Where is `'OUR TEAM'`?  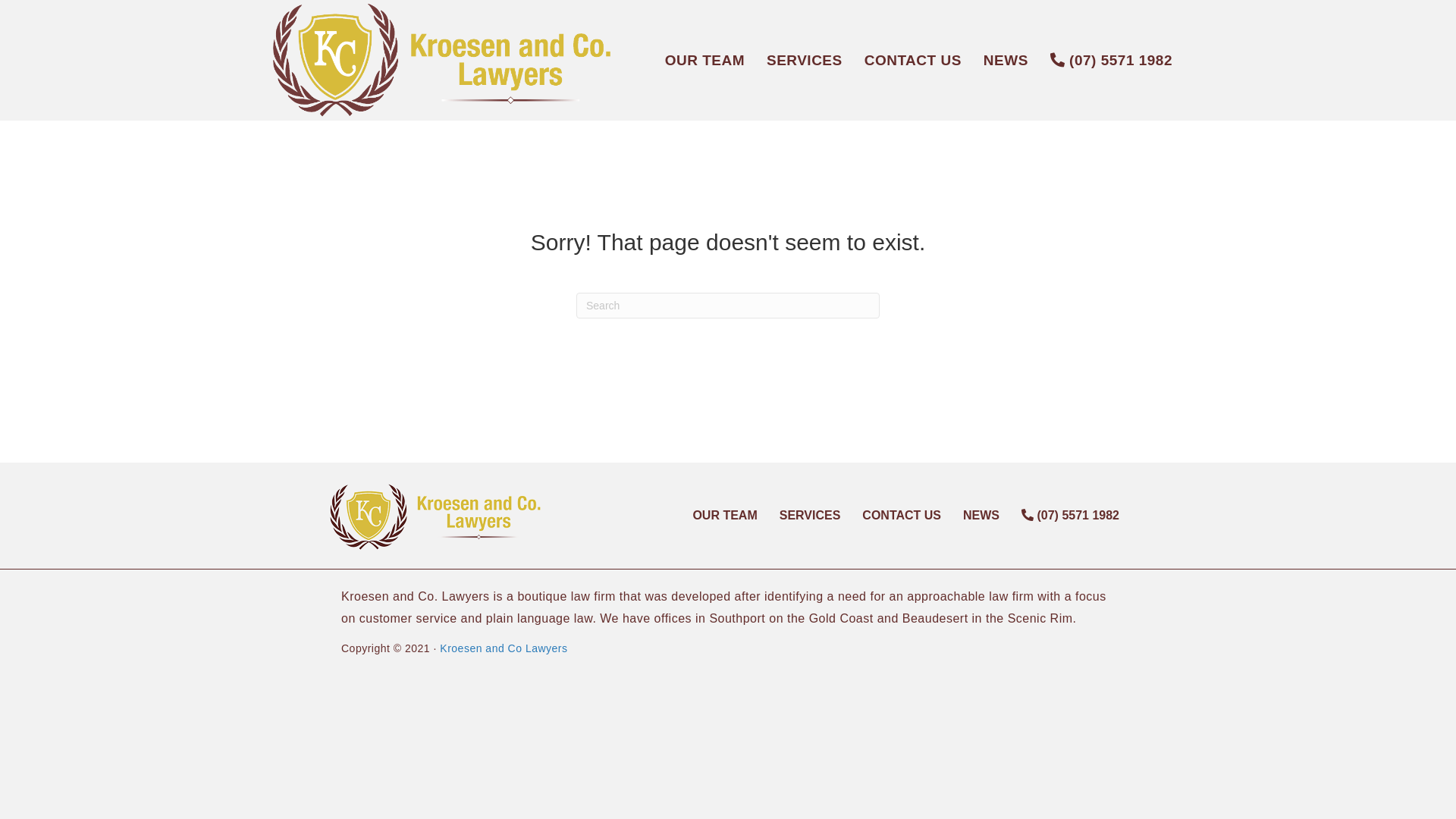
'OUR TEAM' is located at coordinates (704, 59).